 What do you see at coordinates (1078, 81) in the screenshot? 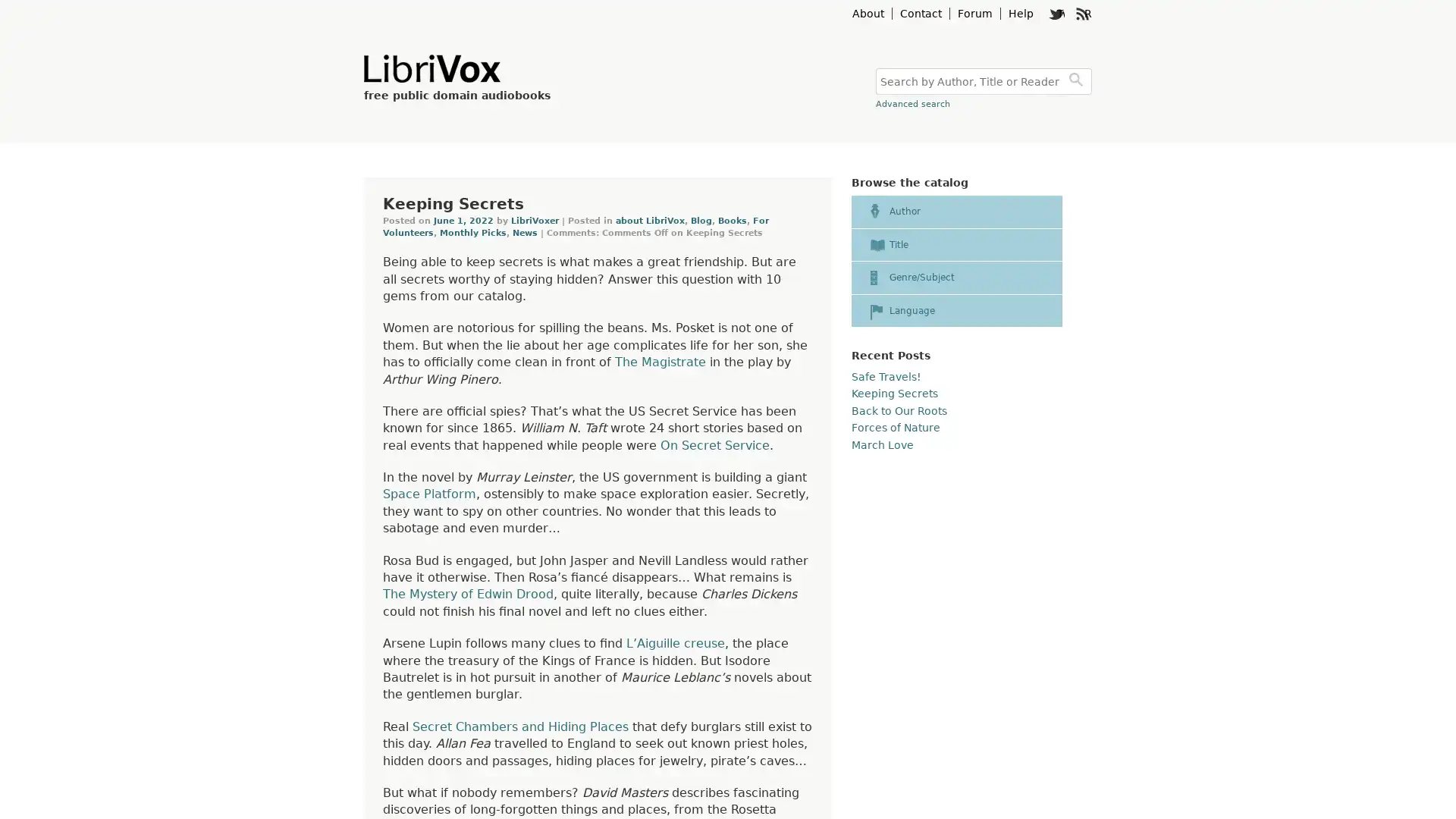
I see `Search` at bounding box center [1078, 81].